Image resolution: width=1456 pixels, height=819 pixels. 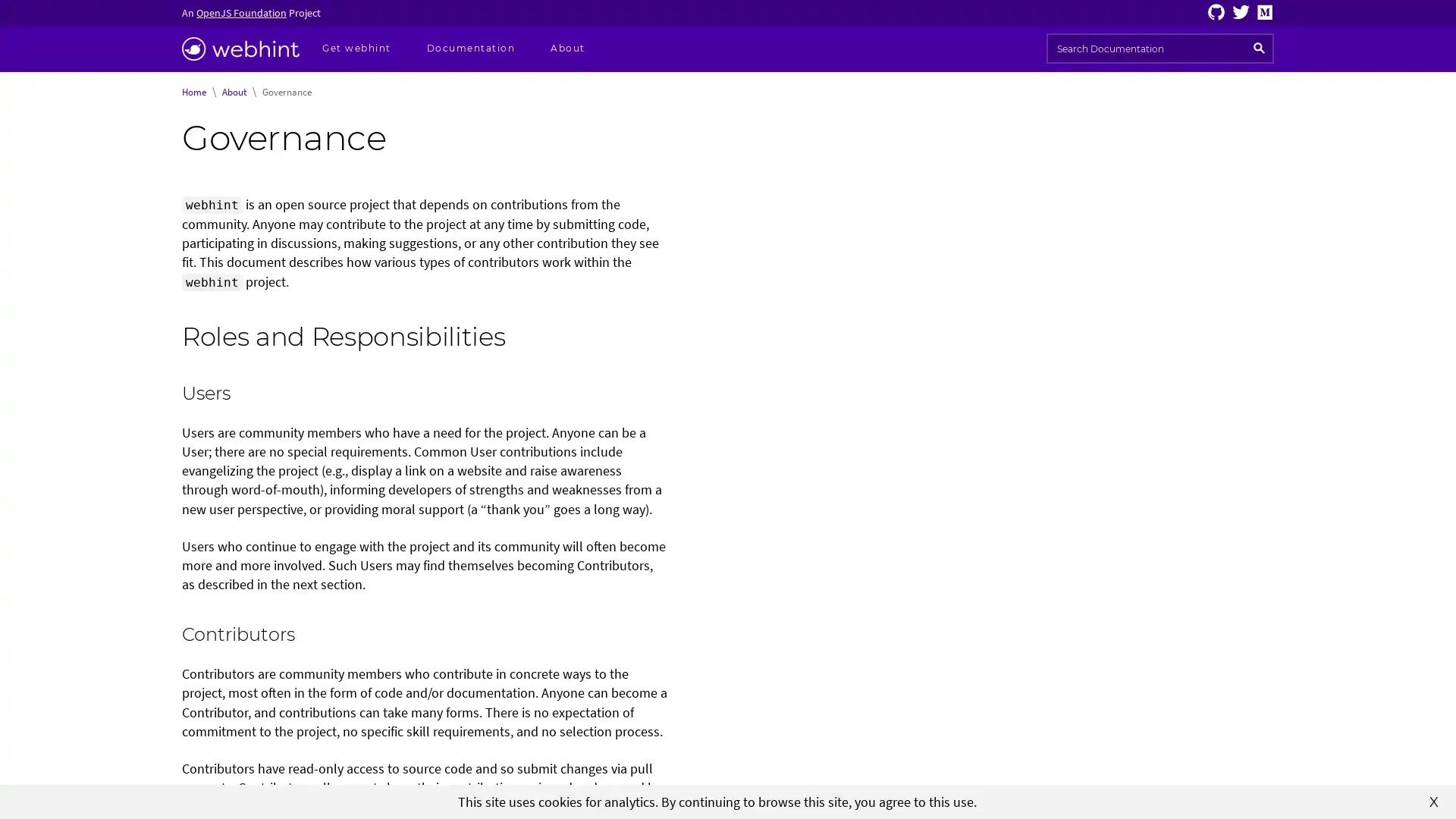 I want to click on close, so click(x=1433, y=800).